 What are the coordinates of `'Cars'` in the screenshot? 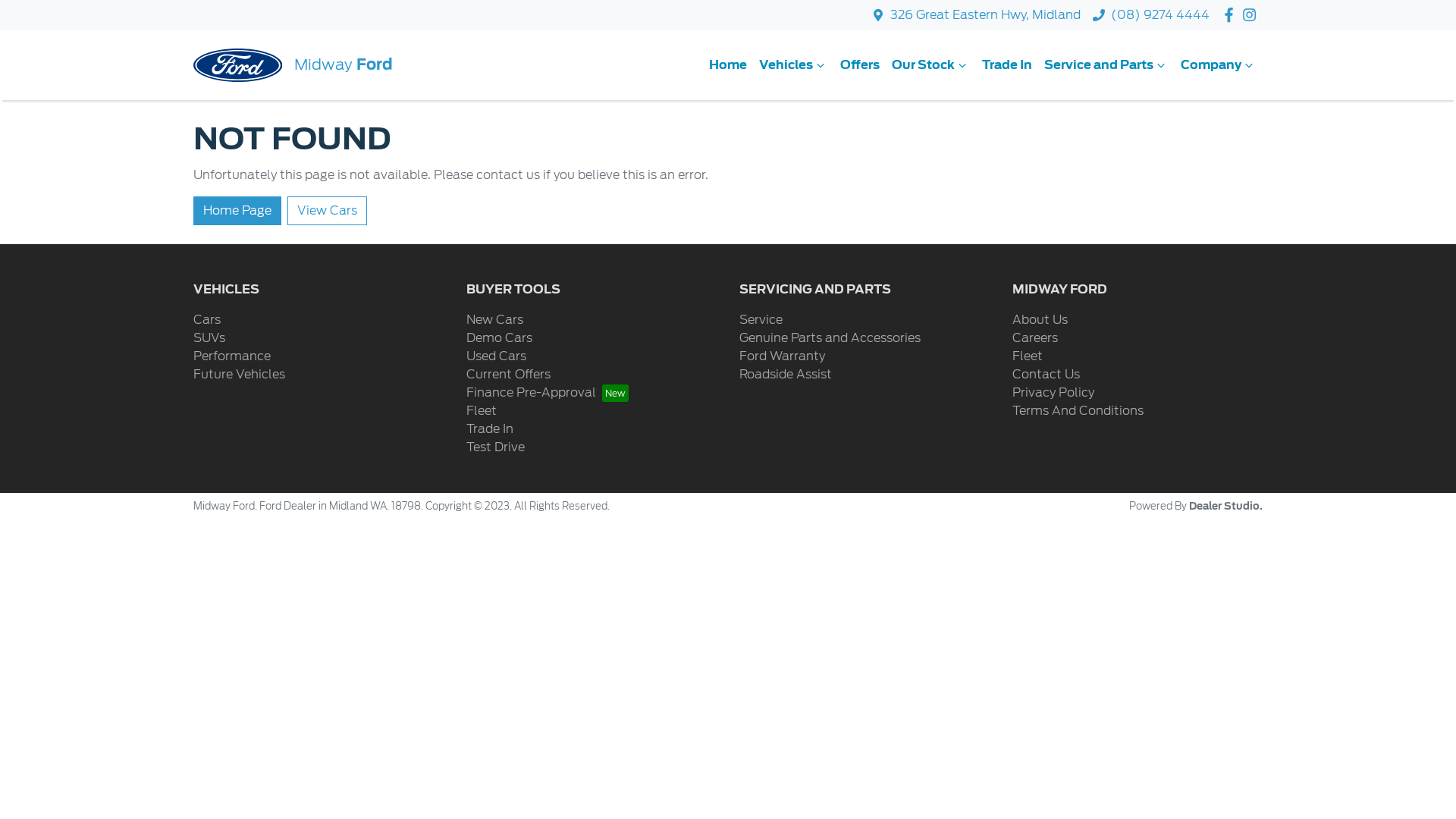 It's located at (206, 318).